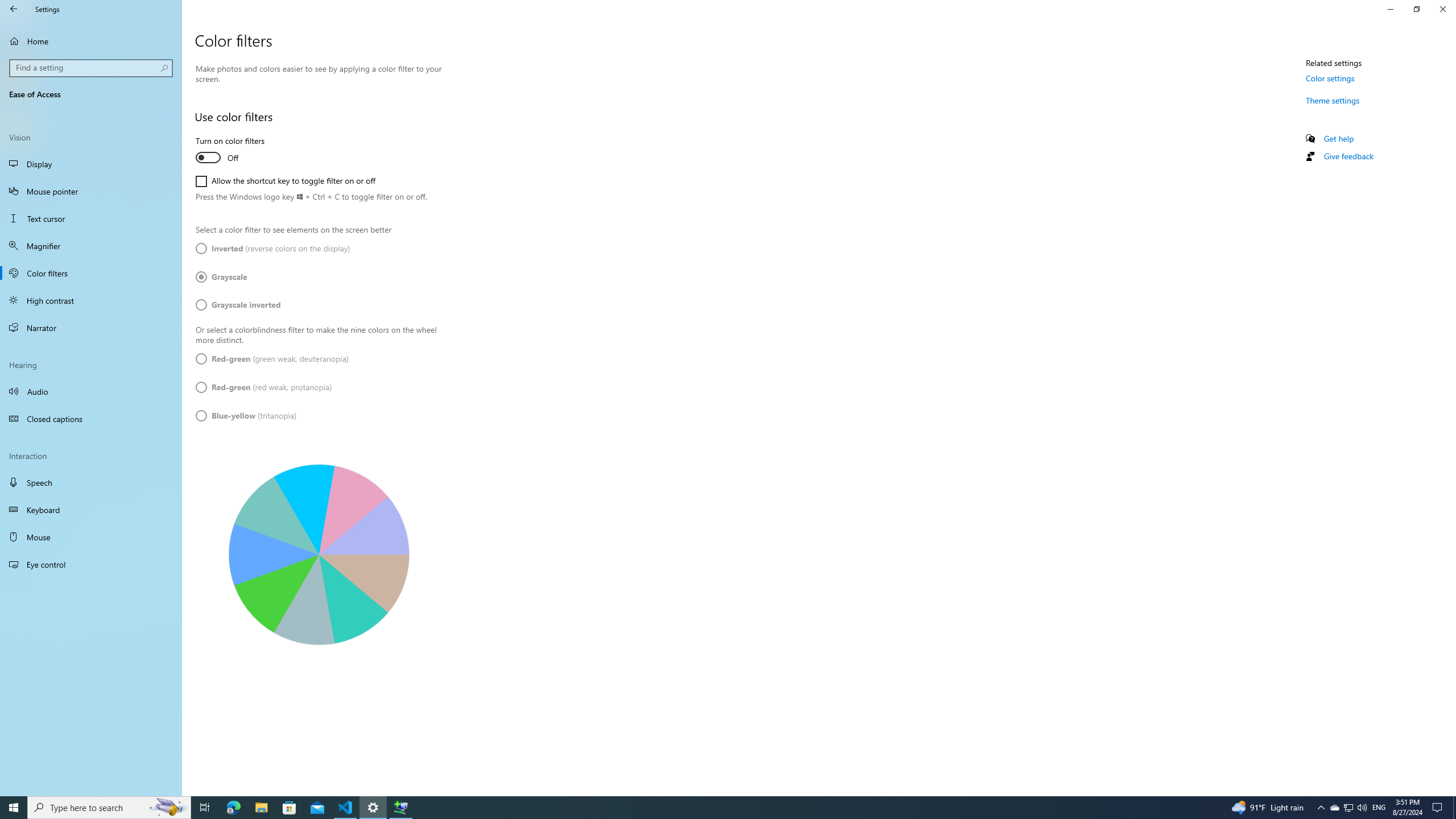 The height and width of the screenshot is (819, 1456). Describe the element at coordinates (237, 304) in the screenshot. I see `'Grayscale inverted'` at that location.